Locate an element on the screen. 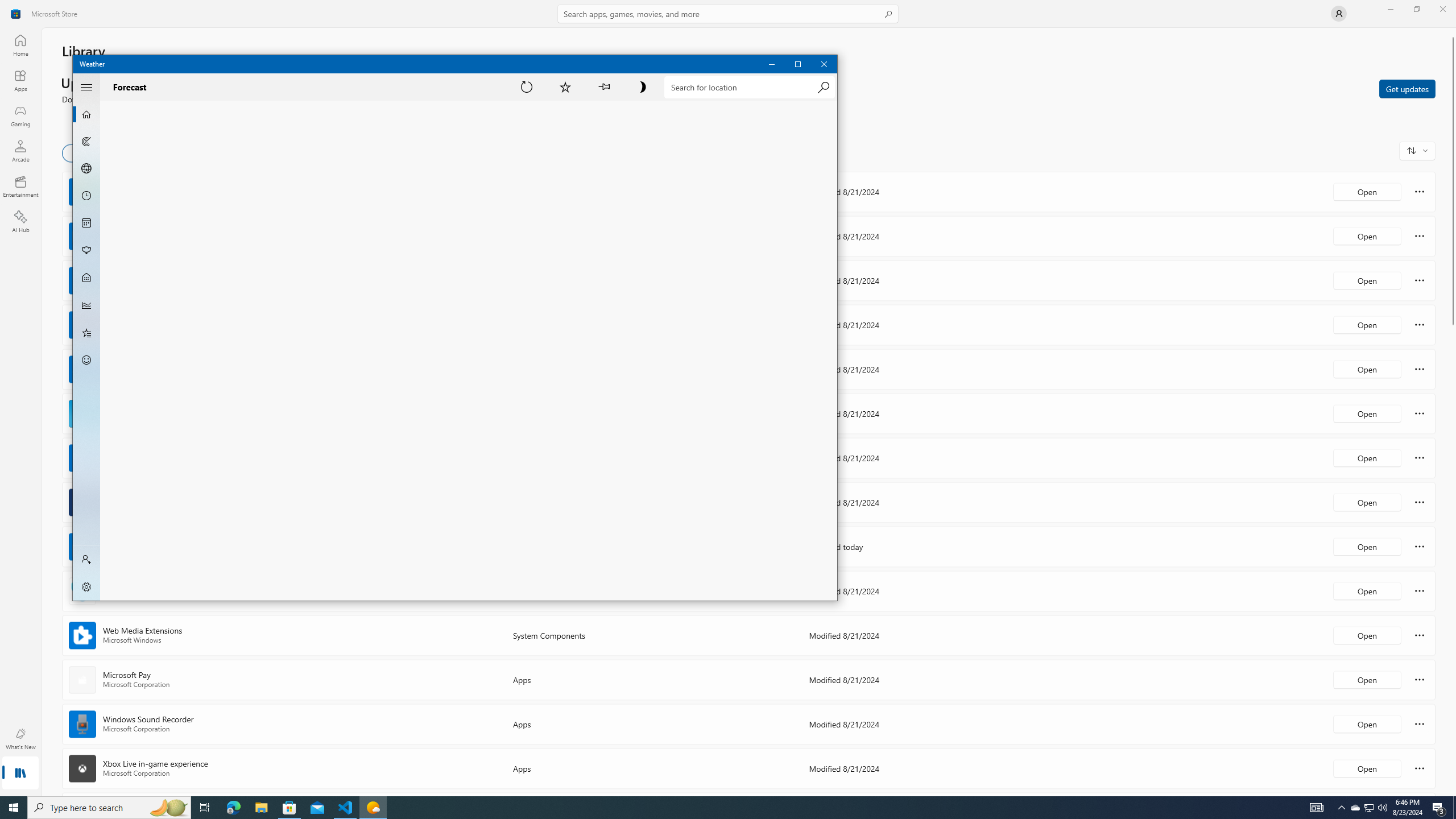 The width and height of the screenshot is (1456, 819). 'Get updates' is located at coordinates (1407, 88).